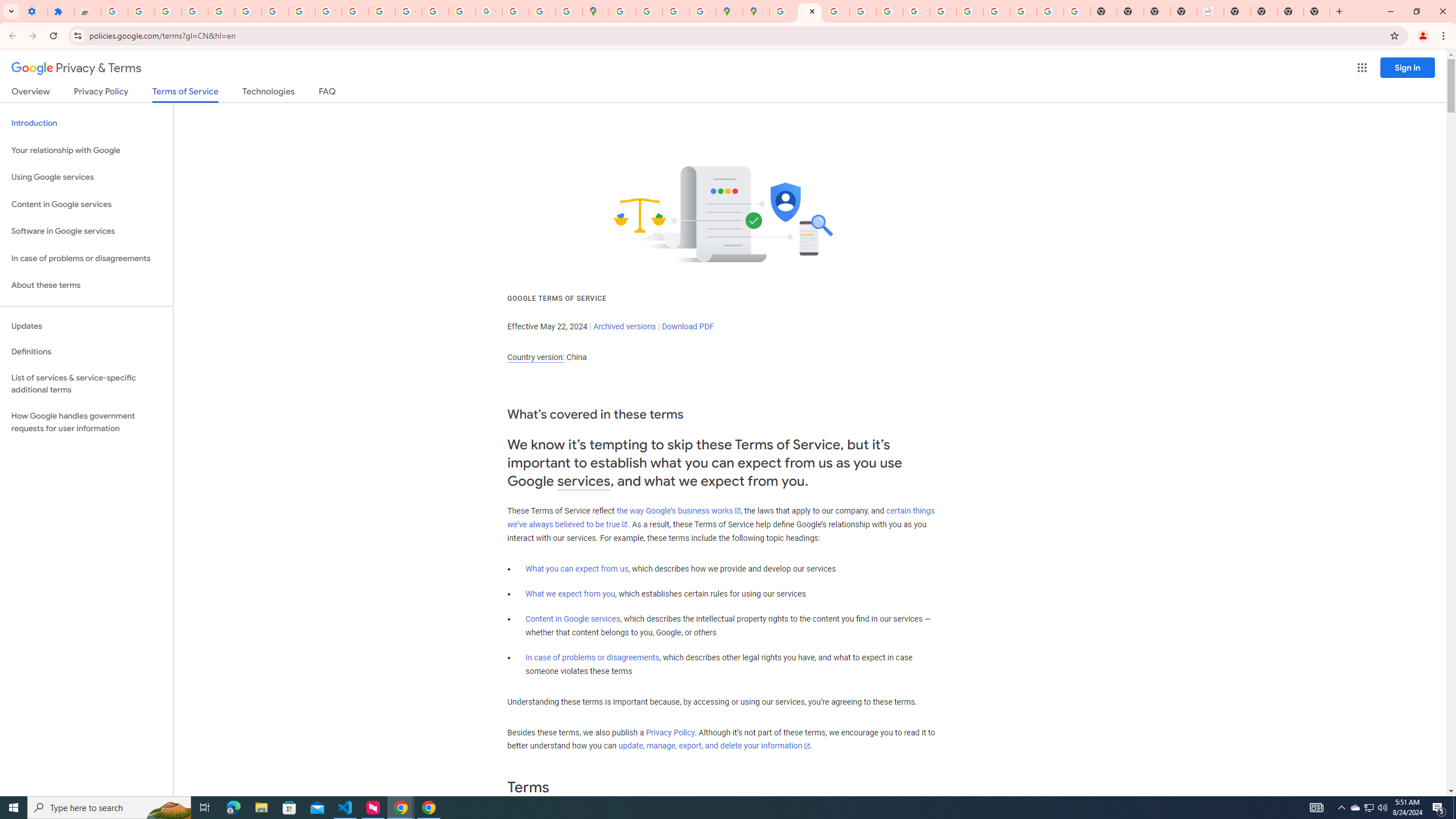 Image resolution: width=1456 pixels, height=819 pixels. Describe the element at coordinates (88, 11) in the screenshot. I see `'Reviews: Helix Fruit Jump Arcade Game'` at that location.